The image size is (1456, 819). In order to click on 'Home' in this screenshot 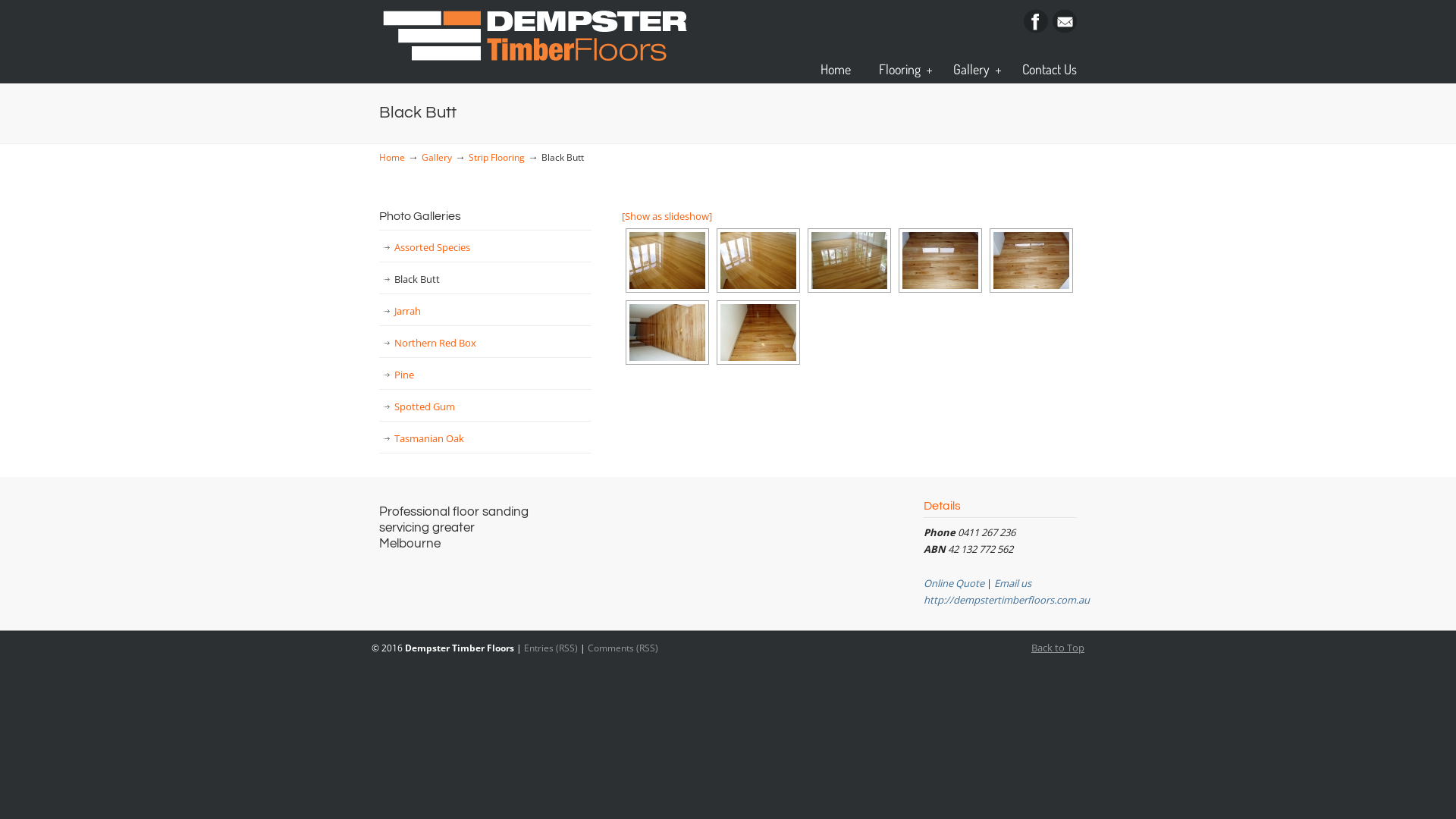, I will do `click(378, 157)`.